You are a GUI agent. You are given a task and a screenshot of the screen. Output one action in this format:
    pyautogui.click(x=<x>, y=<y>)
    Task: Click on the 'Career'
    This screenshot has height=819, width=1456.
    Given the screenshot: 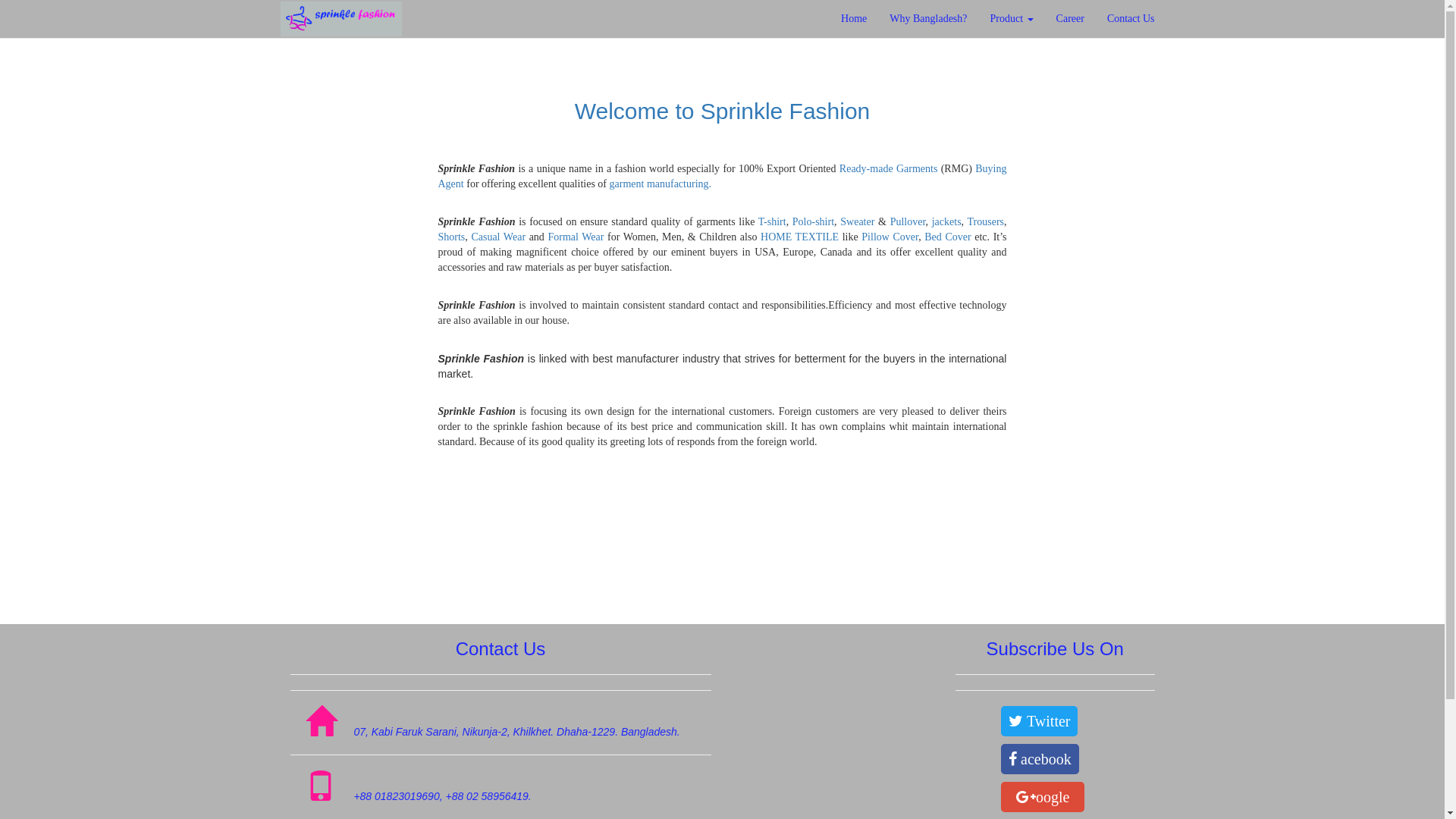 What is the action you would take?
    pyautogui.click(x=1043, y=18)
    